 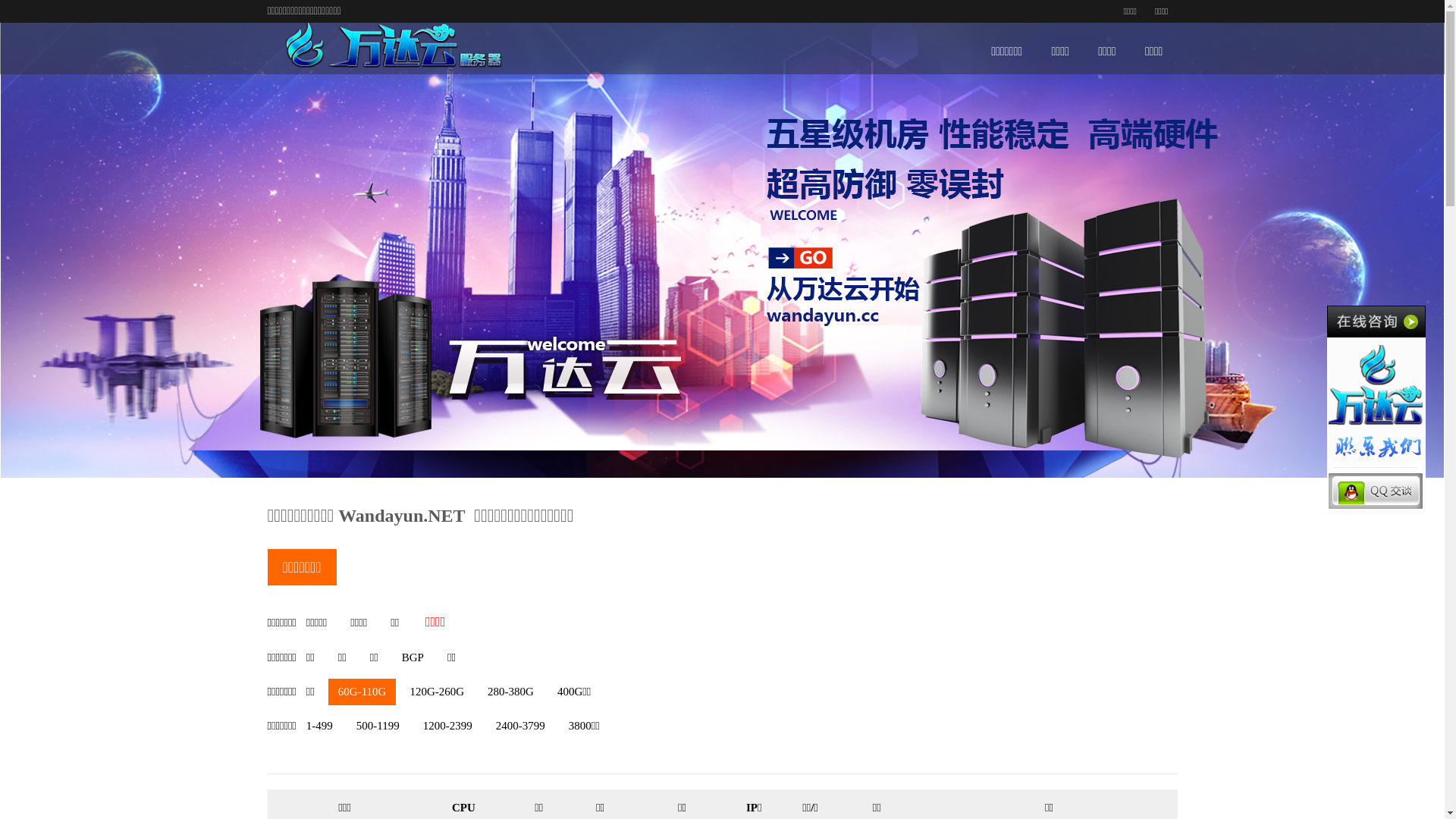 I want to click on '280-380G', so click(x=510, y=692).